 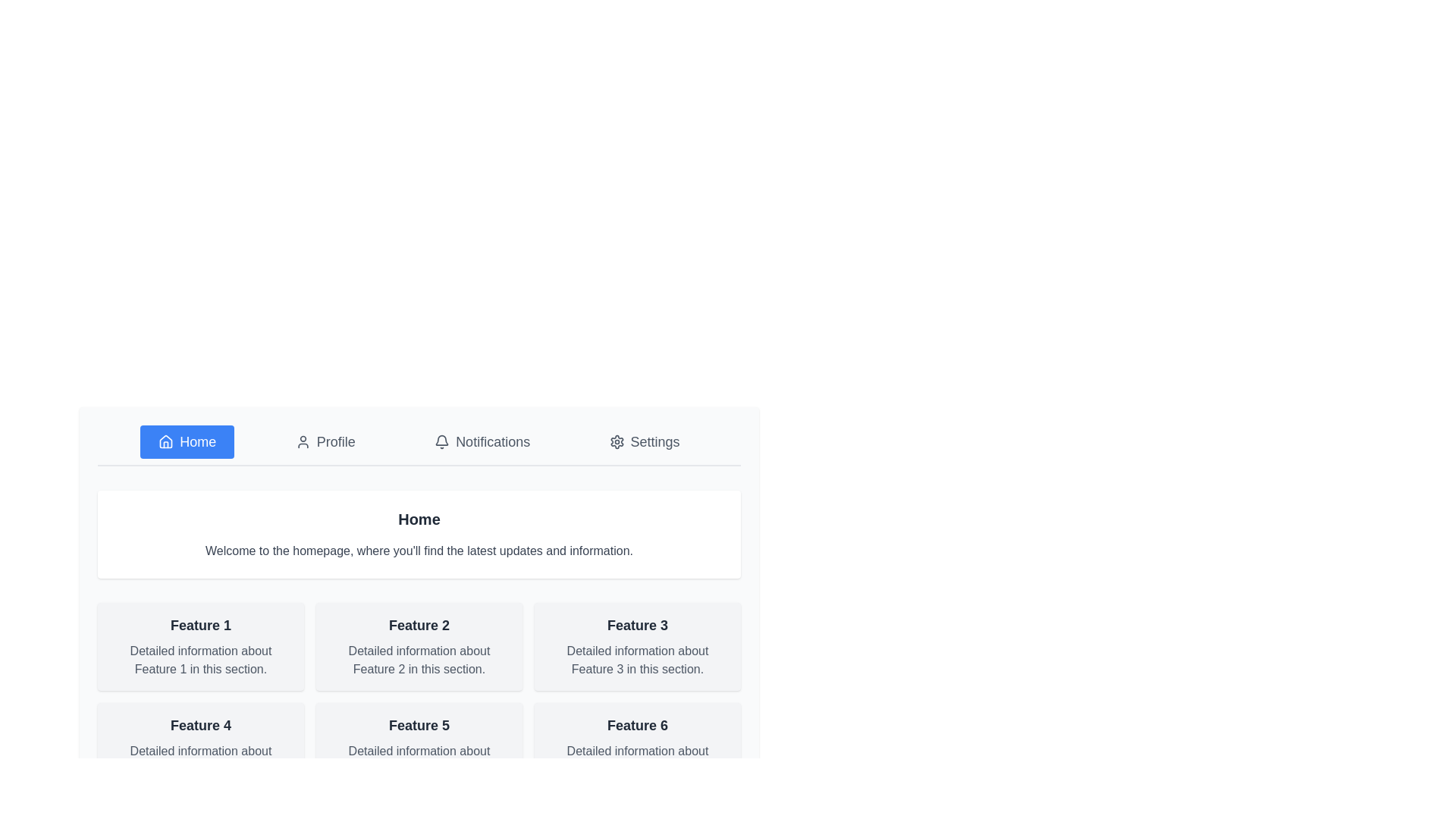 I want to click on the Informational card that presents an overview of Feature 3, located in the third column of the grid, specifically the last card in the first row, positioned to the right of 'Feature 2' and above 'Feature 6', so click(x=637, y=646).